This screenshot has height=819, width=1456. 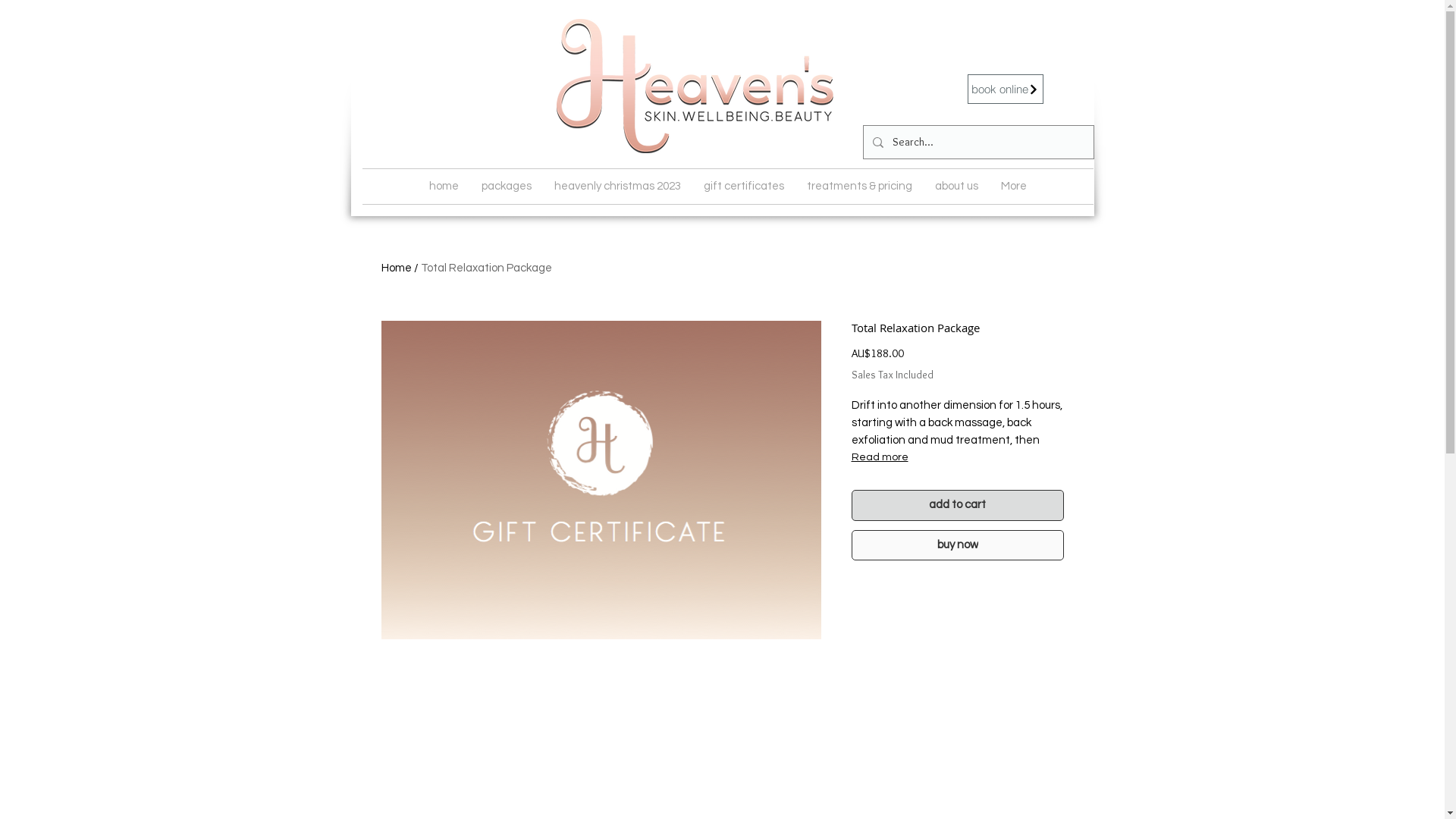 What do you see at coordinates (955, 186) in the screenshot?
I see `'about us'` at bounding box center [955, 186].